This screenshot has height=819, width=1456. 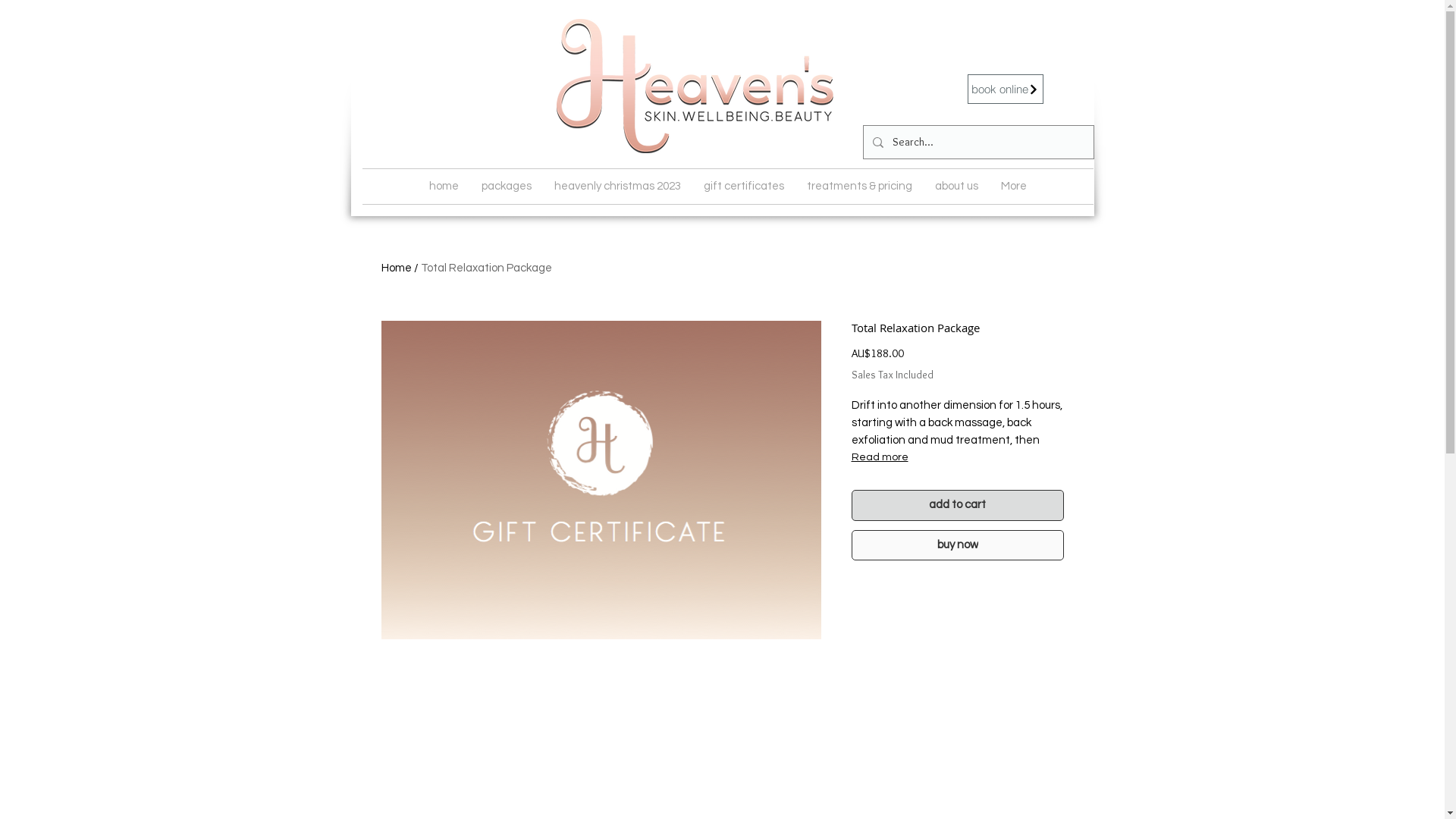 What do you see at coordinates (955, 186) in the screenshot?
I see `'about us'` at bounding box center [955, 186].